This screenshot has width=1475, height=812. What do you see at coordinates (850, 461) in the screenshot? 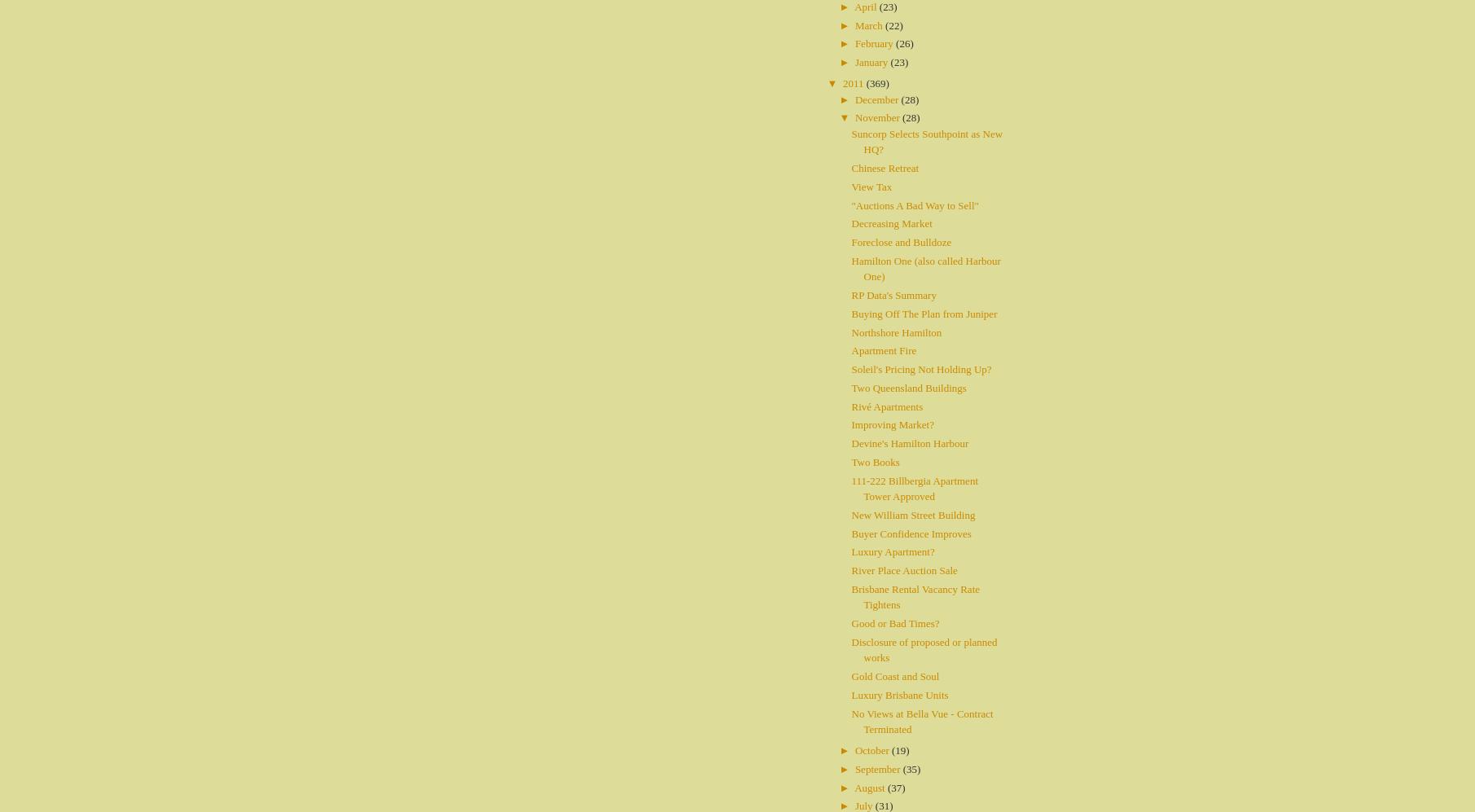
I see `'Two Books'` at bounding box center [850, 461].